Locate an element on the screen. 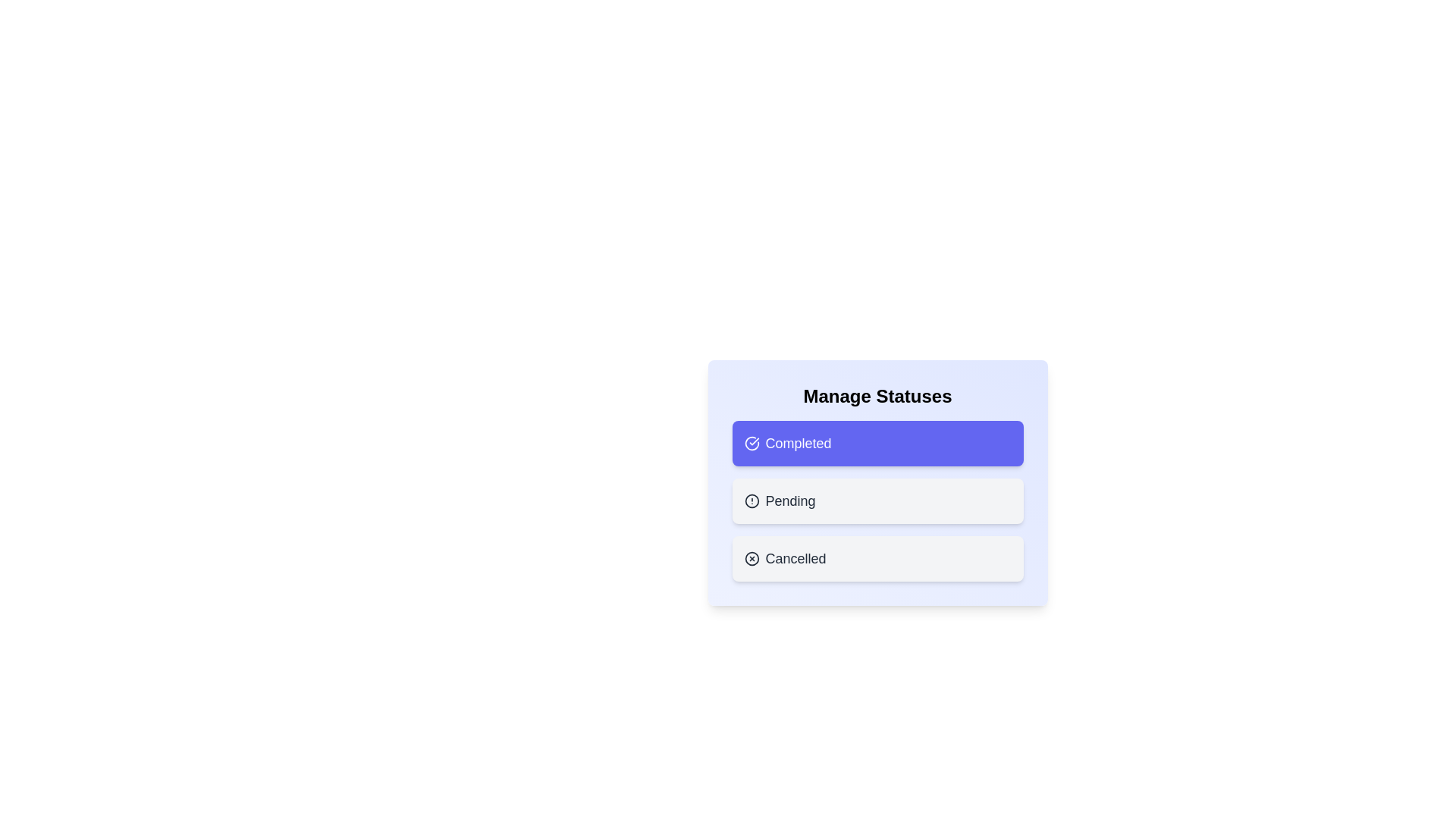  the status chip labeled Cancelled is located at coordinates (877, 558).